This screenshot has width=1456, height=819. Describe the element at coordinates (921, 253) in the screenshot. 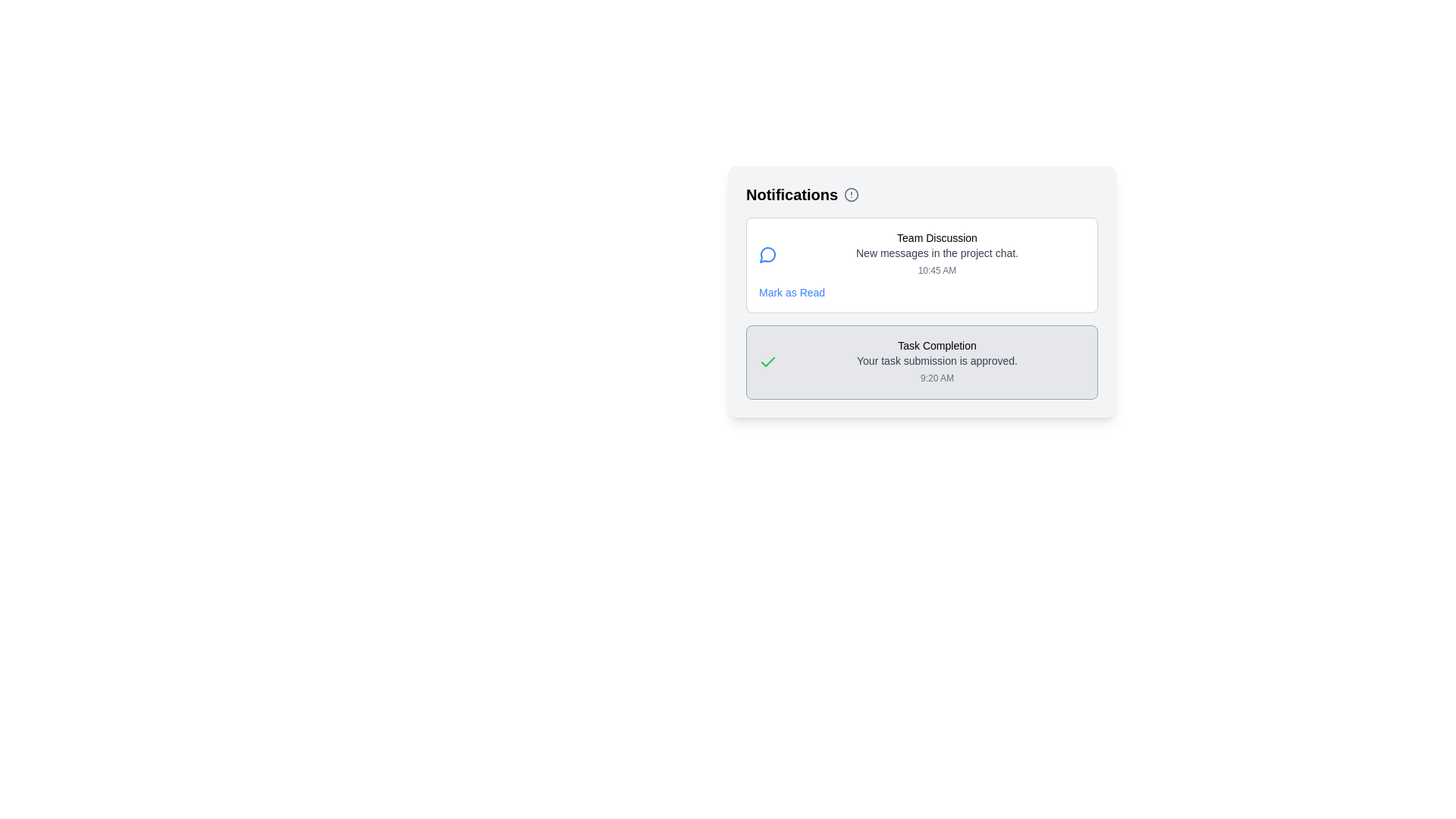

I see `the notification item containing details about a new message in the 'Team Discussion' chat` at that location.